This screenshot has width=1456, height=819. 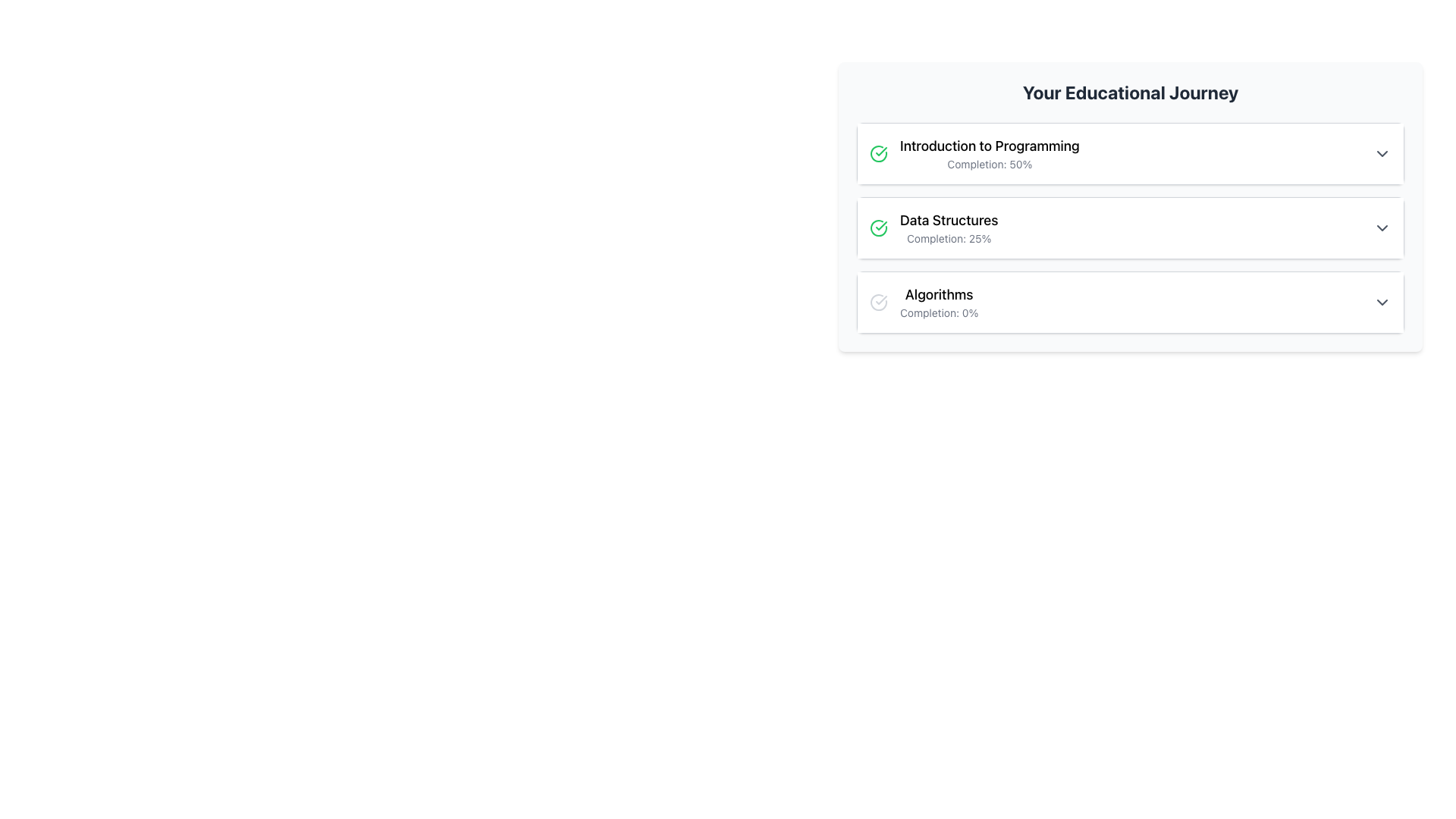 What do you see at coordinates (938, 295) in the screenshot?
I see `the text label displaying 'Algorithms' which is styled in large, bold font, located in the 'Your Educational Journey' section` at bounding box center [938, 295].